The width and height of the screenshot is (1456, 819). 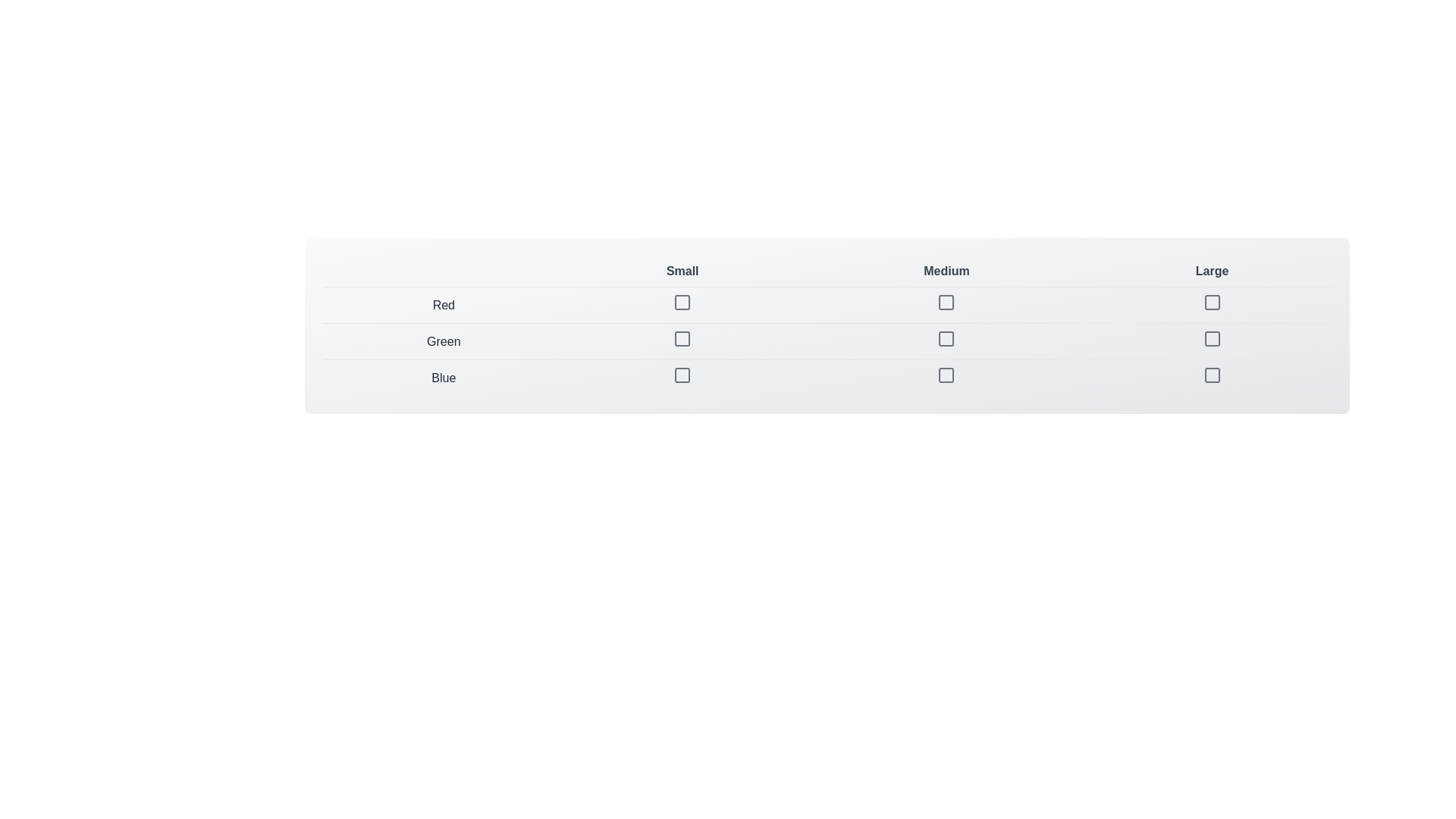 I want to click on the checkbox located in the third row under the label 'Blue' and the second column labeled 'Medium', so click(x=946, y=377).